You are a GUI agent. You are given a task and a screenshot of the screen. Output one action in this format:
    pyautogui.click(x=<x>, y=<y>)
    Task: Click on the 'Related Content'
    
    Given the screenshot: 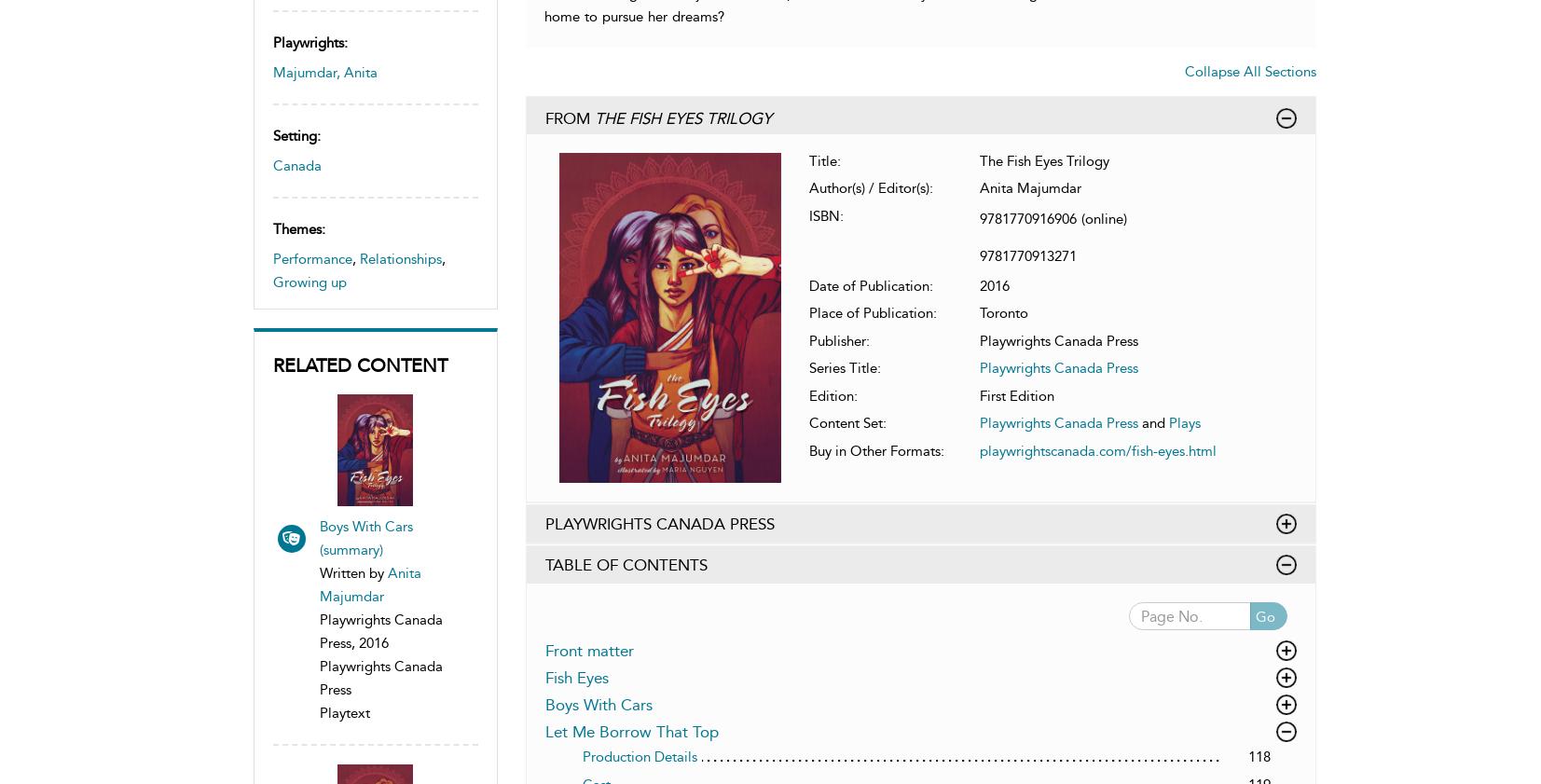 What is the action you would take?
    pyautogui.click(x=358, y=364)
    